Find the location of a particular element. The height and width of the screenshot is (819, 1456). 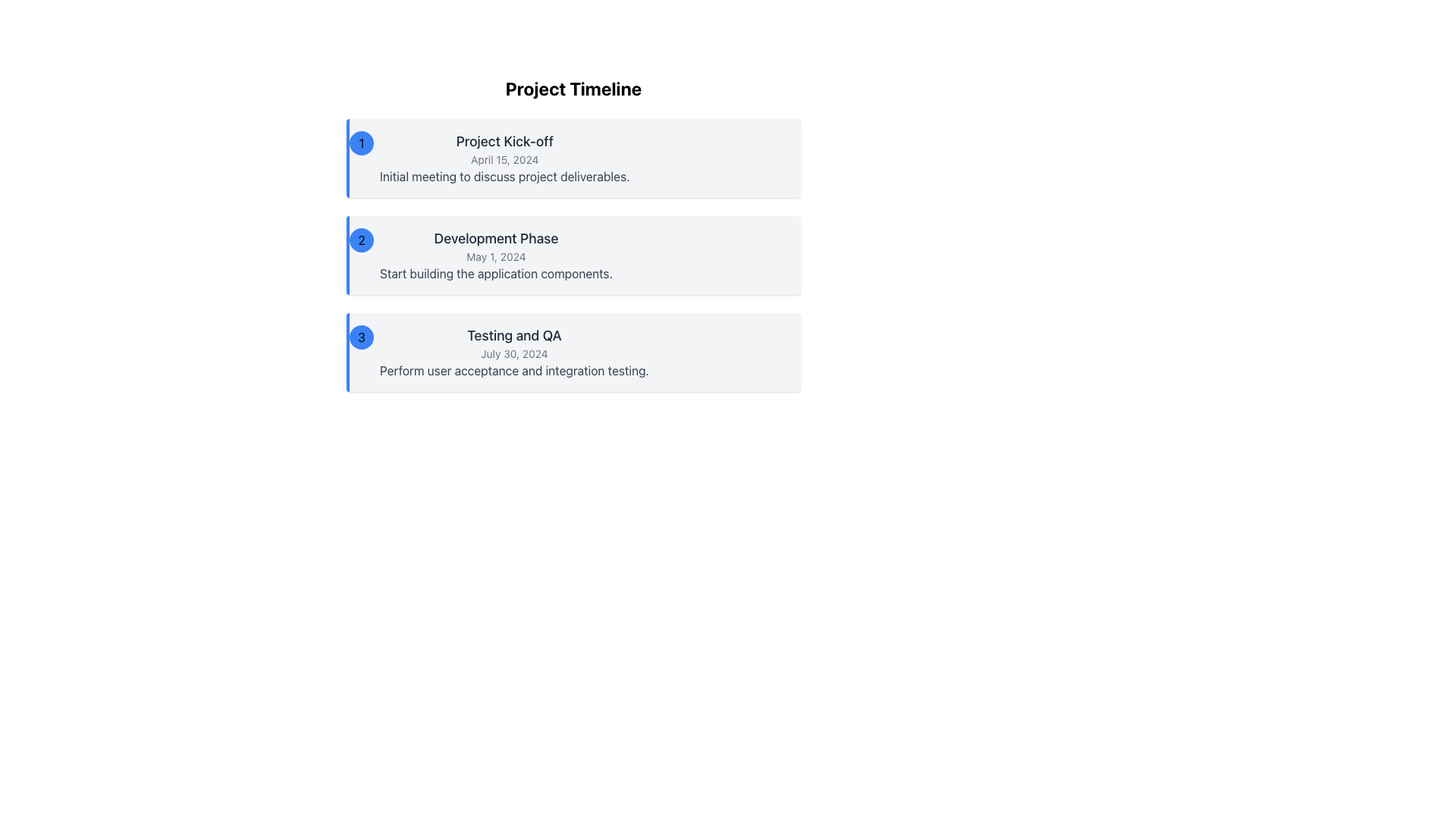

the third card in the Project Timeline titled 'Testing and QA' using the keyboard for focus is located at coordinates (573, 353).